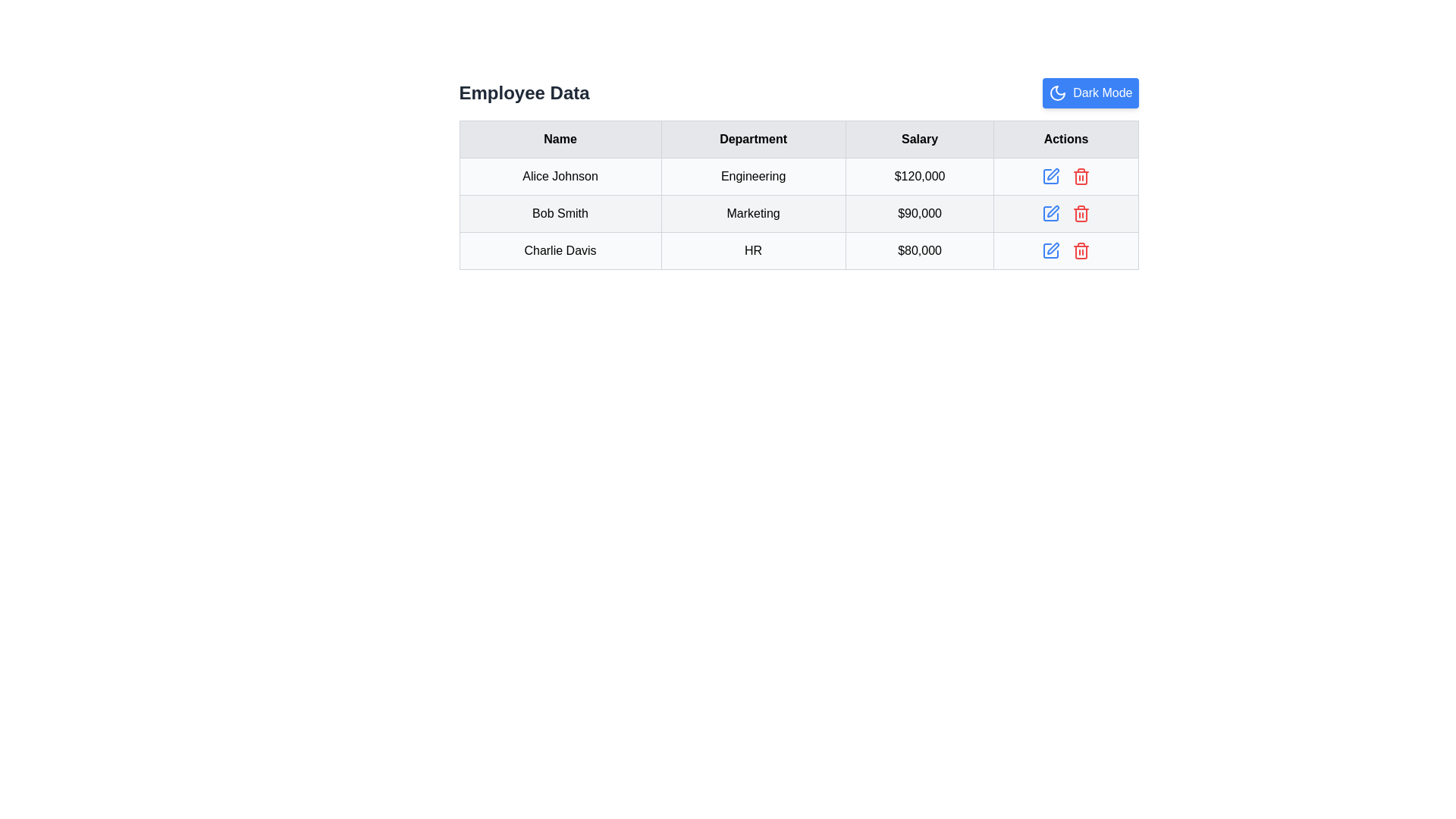 The height and width of the screenshot is (819, 1456). What do you see at coordinates (753, 175) in the screenshot?
I see `the non-interactive text label in the second column of the first row of the 'Employee Data' table, which provides details about the department associated with the entry for 'Alice Johnson'` at bounding box center [753, 175].